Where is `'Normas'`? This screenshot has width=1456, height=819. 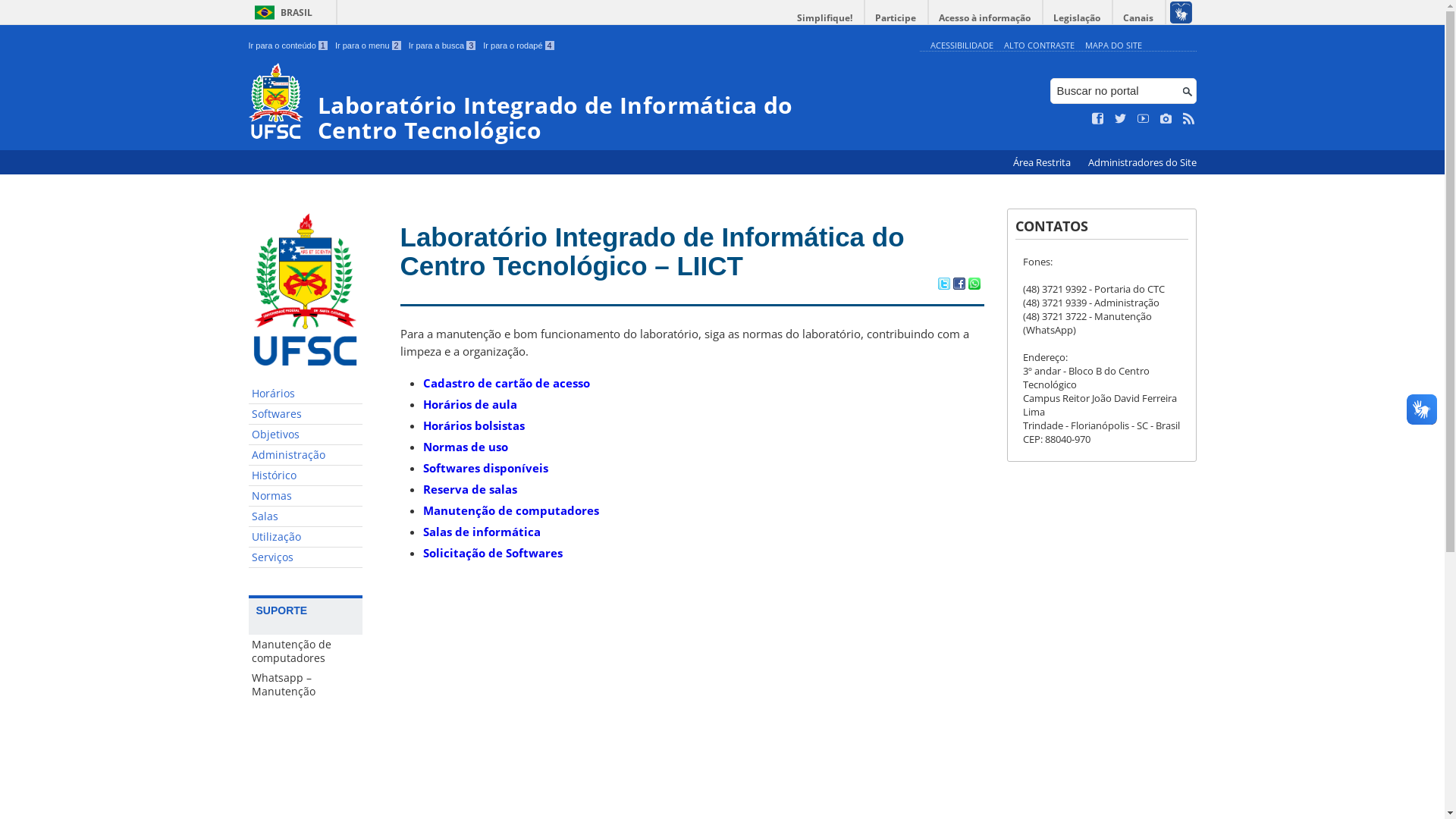 'Normas' is located at coordinates (305, 496).